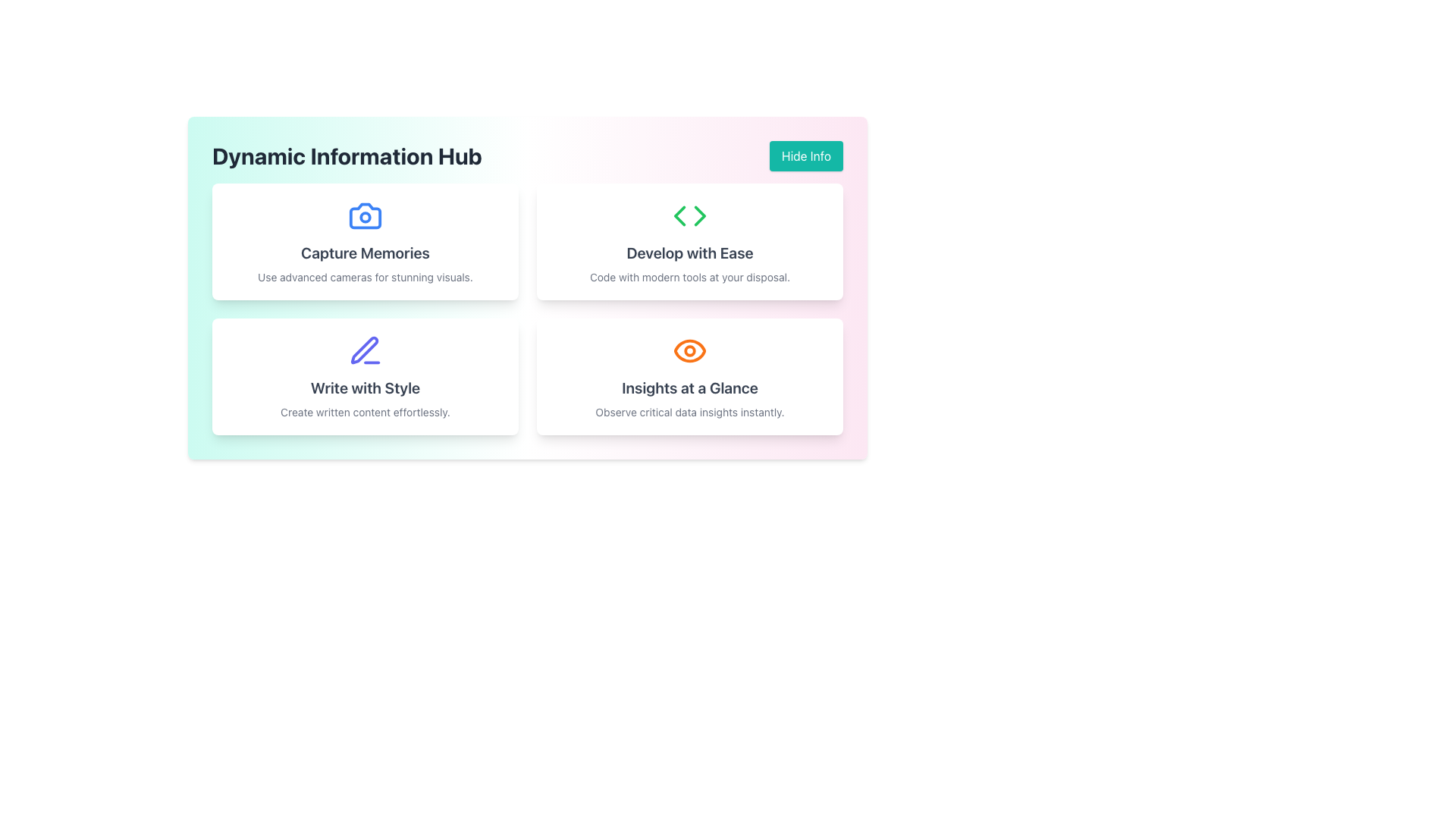 The image size is (1456, 819). What do you see at coordinates (689, 350) in the screenshot?
I see `the small circular UI component styled with a filled orange color and white center, located within the eye icon to the right of 'Insights at a Glance' in the lower-right card of a grid layout` at bounding box center [689, 350].